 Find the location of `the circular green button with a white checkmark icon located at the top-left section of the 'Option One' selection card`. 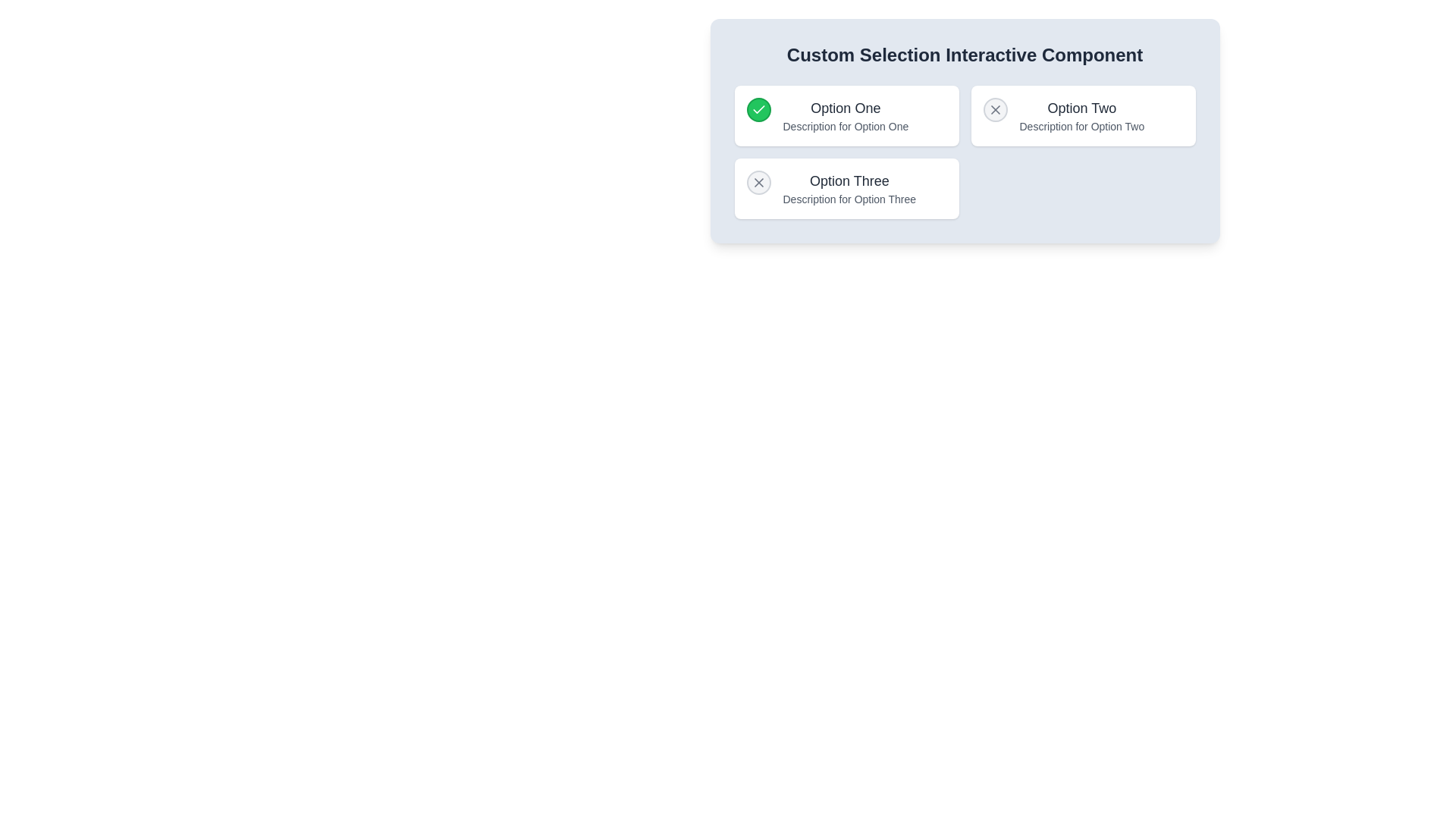

the circular green button with a white checkmark icon located at the top-left section of the 'Option One' selection card is located at coordinates (758, 109).